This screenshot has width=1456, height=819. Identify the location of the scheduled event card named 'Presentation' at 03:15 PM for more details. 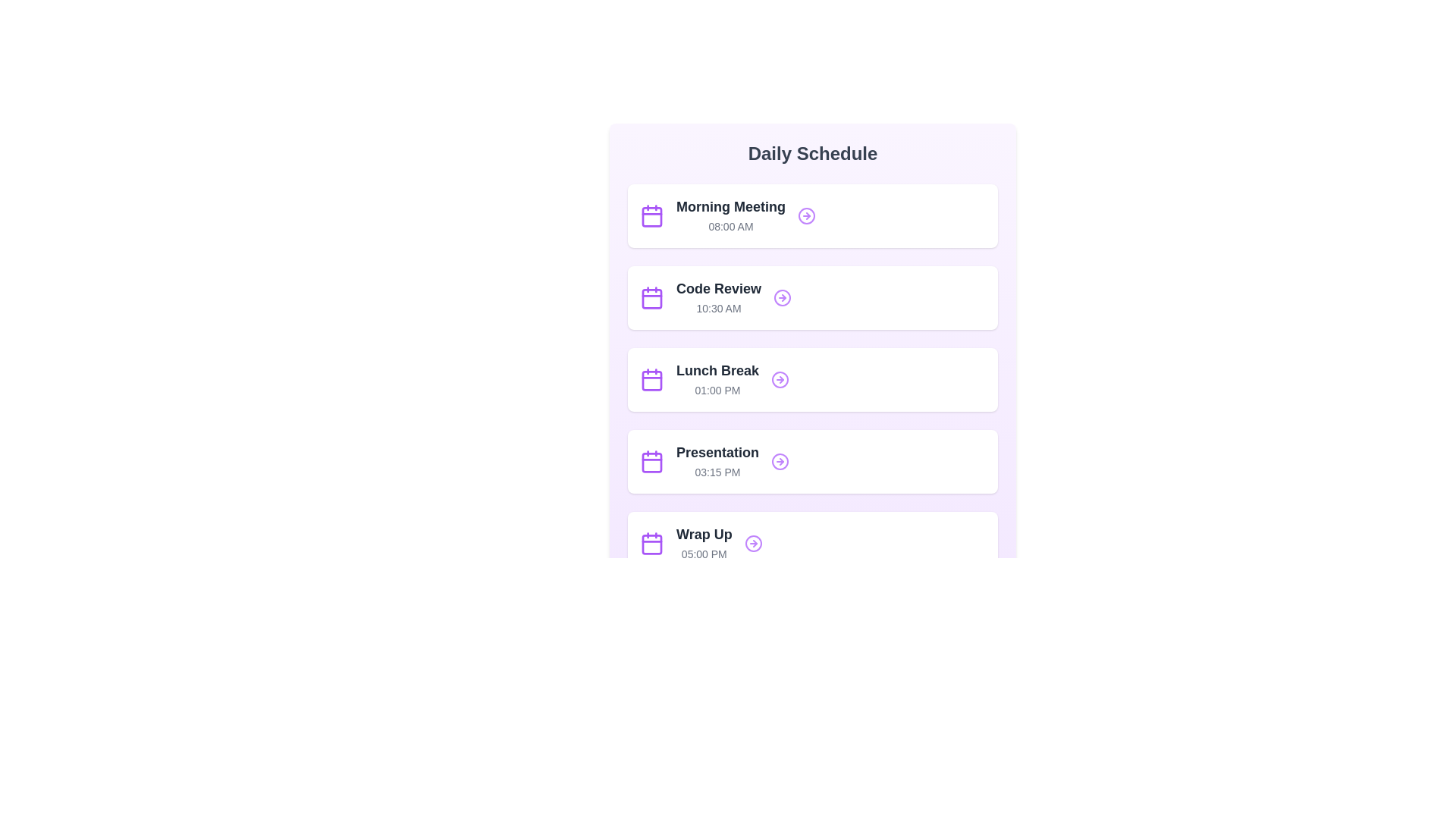
(811, 461).